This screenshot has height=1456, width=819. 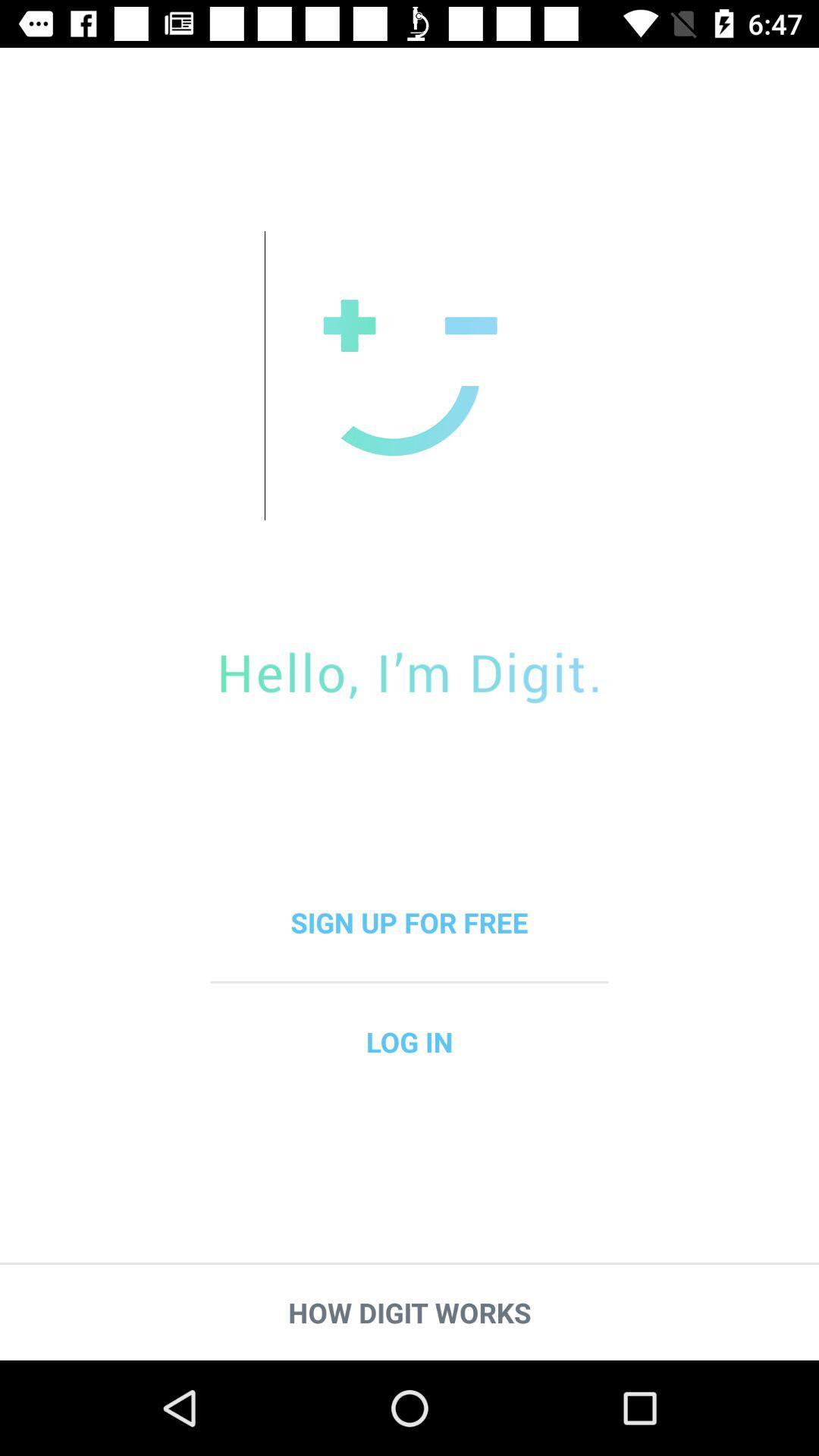 I want to click on how digit works item, so click(x=409, y=1312).